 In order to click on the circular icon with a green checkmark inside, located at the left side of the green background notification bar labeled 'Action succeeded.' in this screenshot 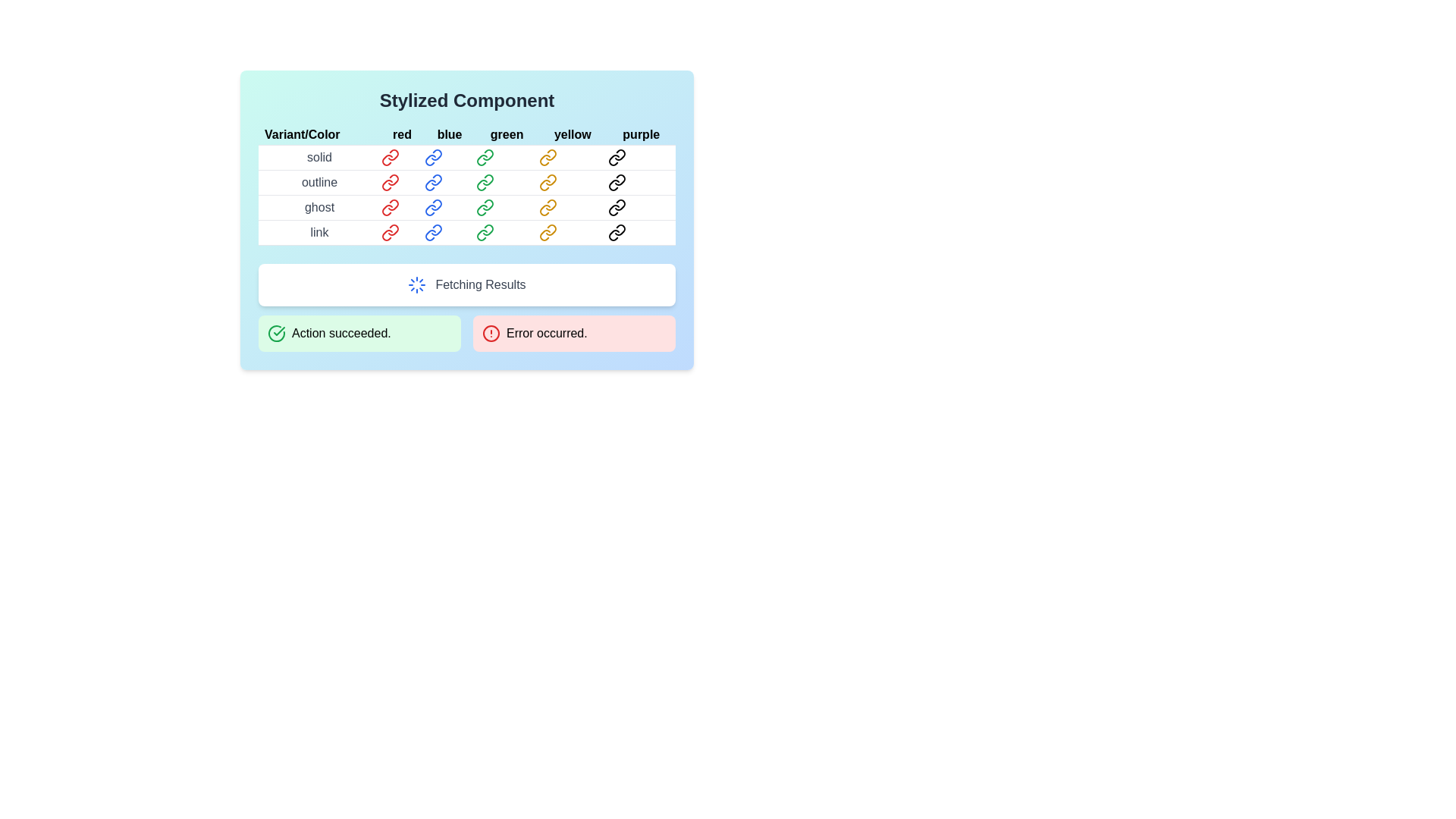, I will do `click(276, 332)`.